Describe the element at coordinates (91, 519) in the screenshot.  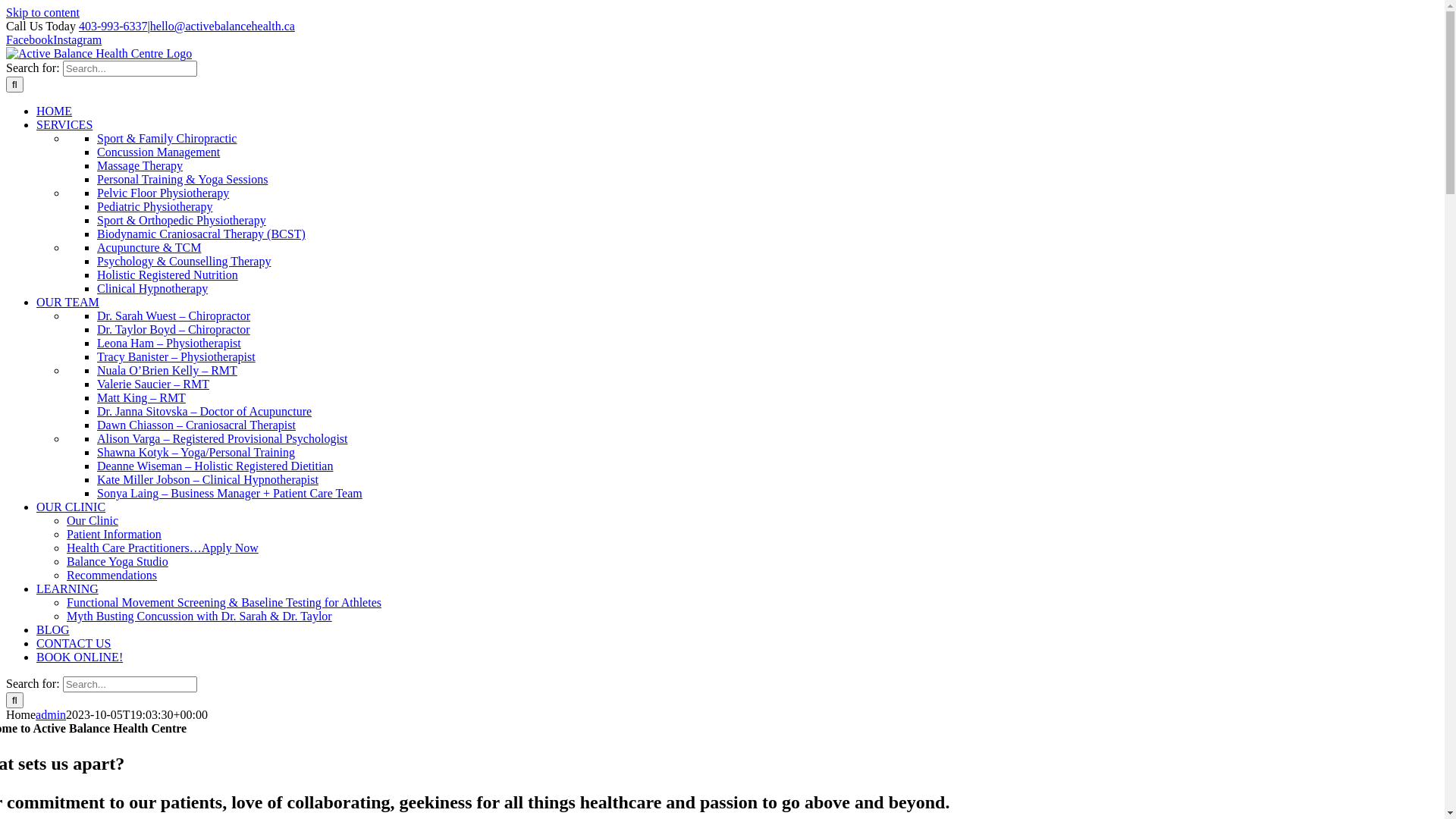
I see `'Our Clinic'` at that location.